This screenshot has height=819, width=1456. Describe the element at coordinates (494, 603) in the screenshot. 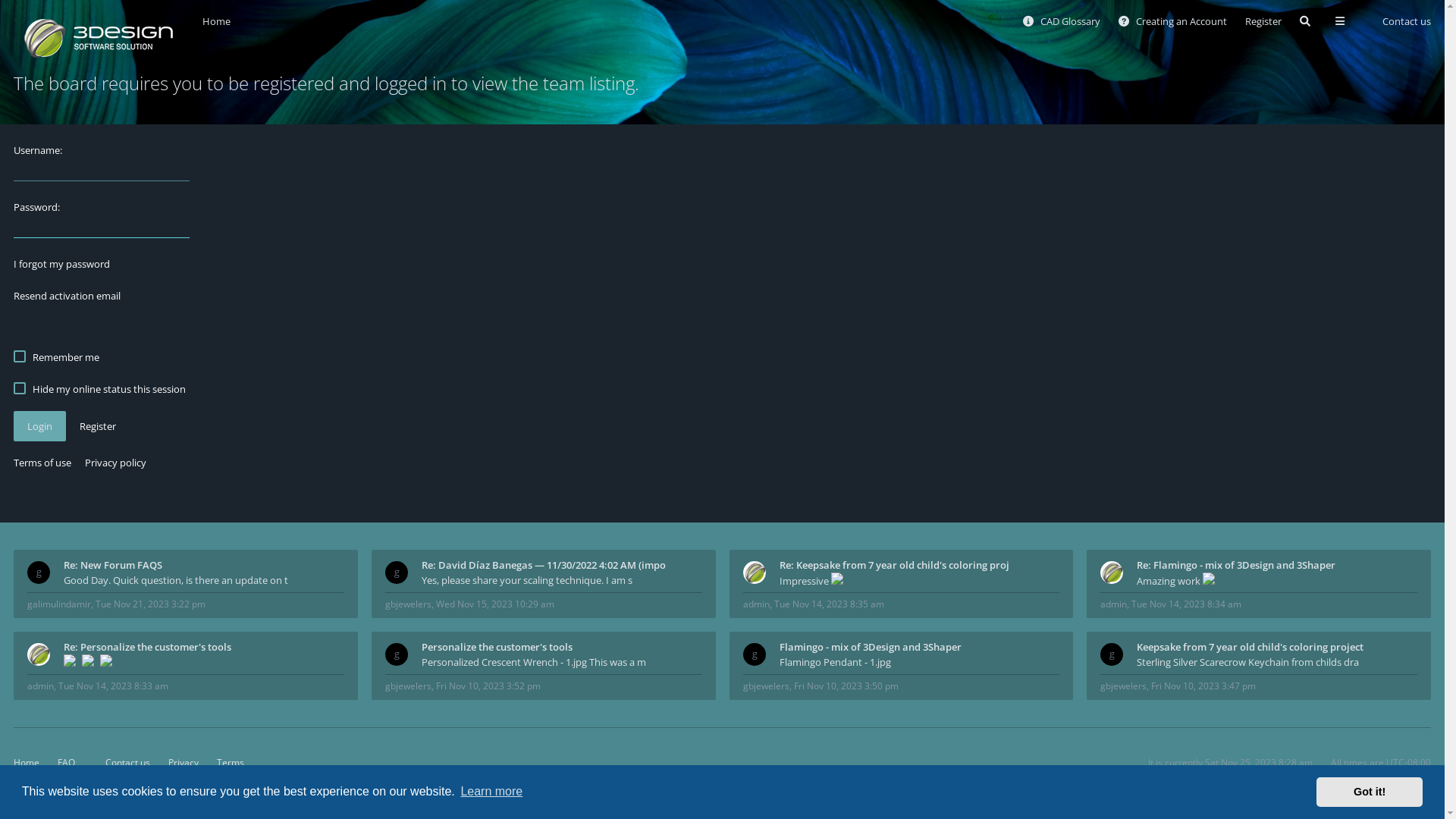

I see `'Wed Nov 15, 2023 10:29 am'` at that location.